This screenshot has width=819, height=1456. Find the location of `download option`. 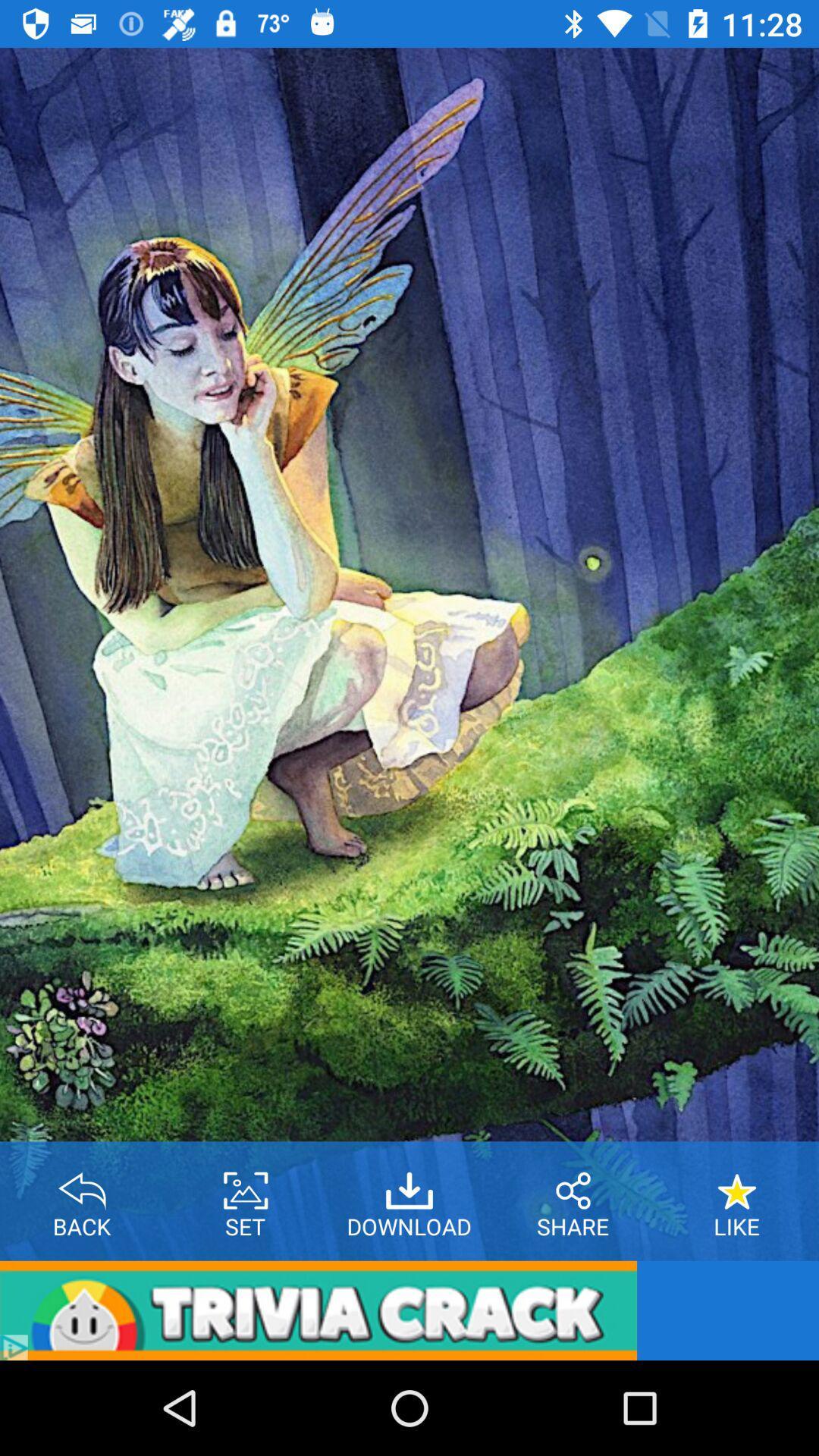

download option is located at coordinates (409, 1185).